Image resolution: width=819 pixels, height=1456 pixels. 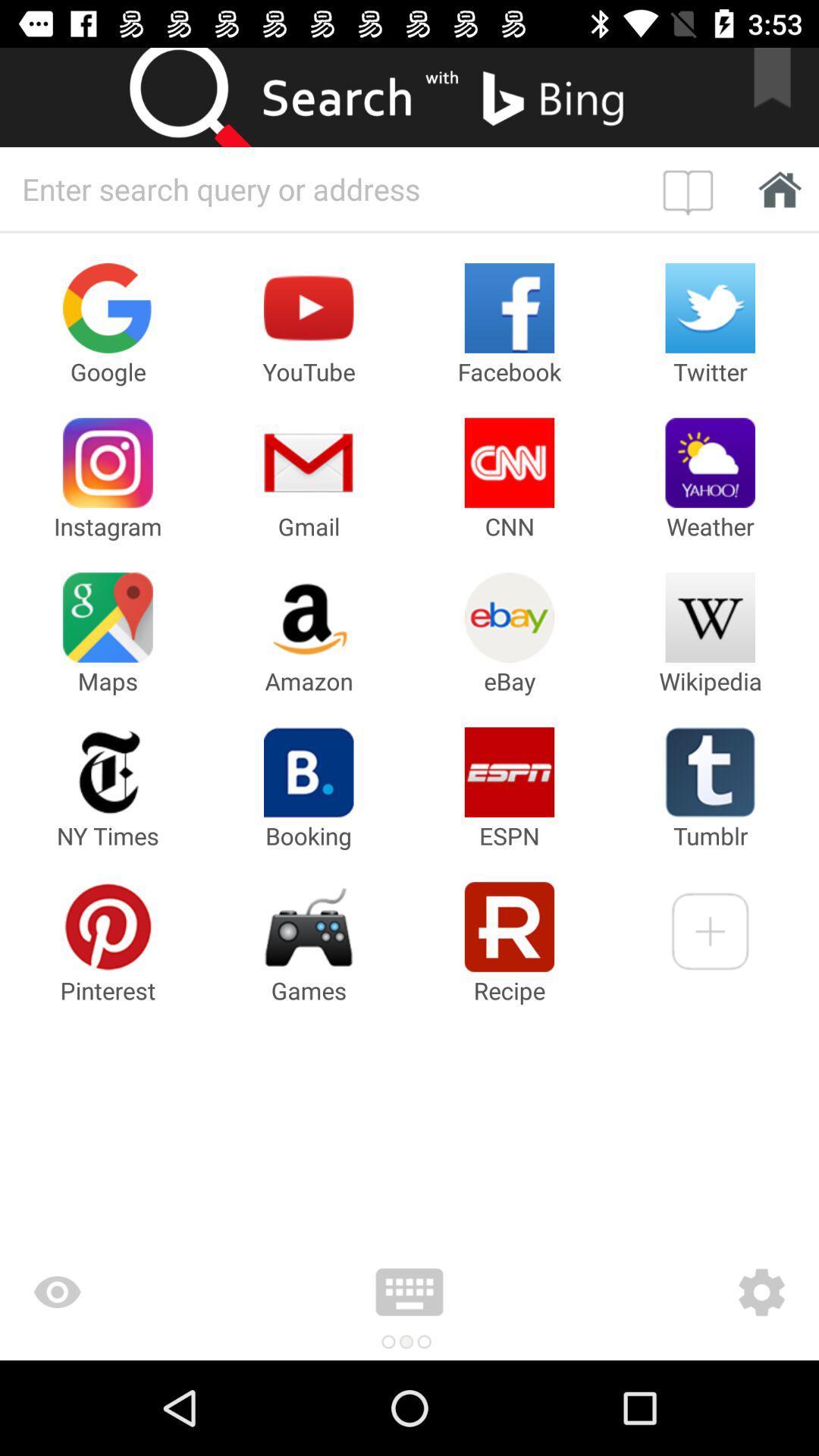 What do you see at coordinates (692, 188) in the screenshot?
I see `home page` at bounding box center [692, 188].